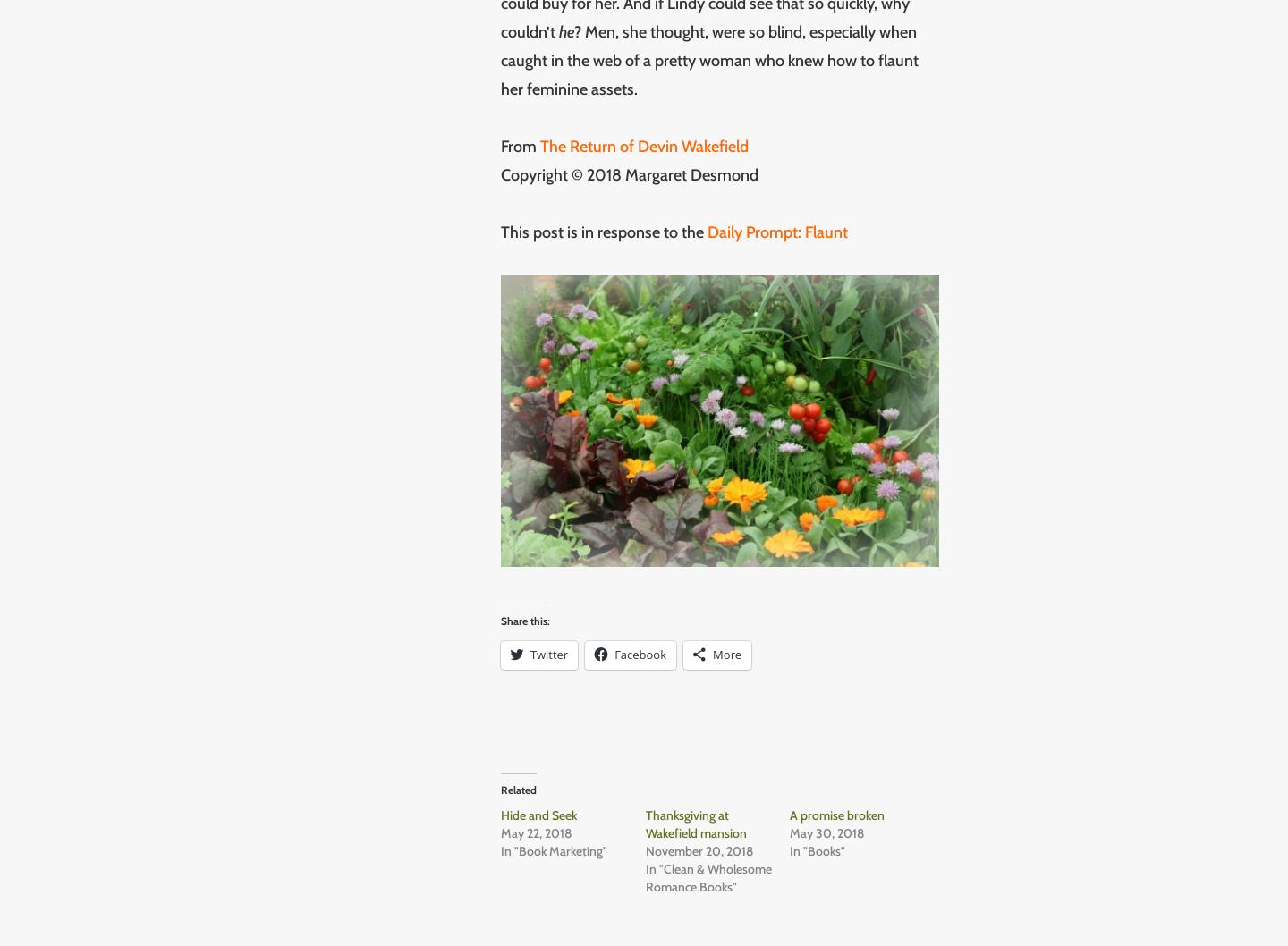 Image resolution: width=1288 pixels, height=946 pixels. Describe the element at coordinates (521, 145) in the screenshot. I see `'From'` at that location.